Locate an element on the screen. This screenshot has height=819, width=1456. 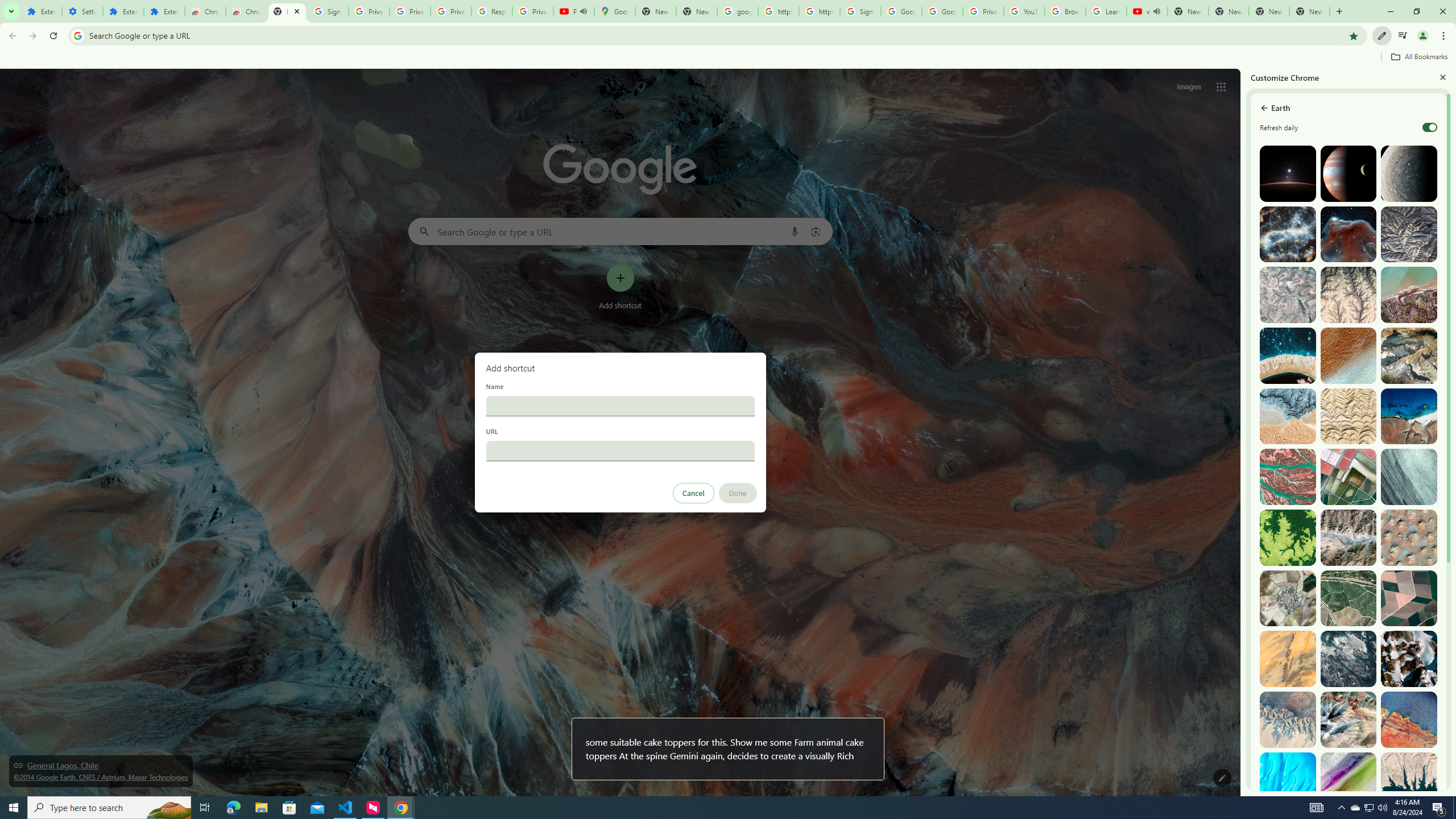
'Google Maps' is located at coordinates (614, 11).